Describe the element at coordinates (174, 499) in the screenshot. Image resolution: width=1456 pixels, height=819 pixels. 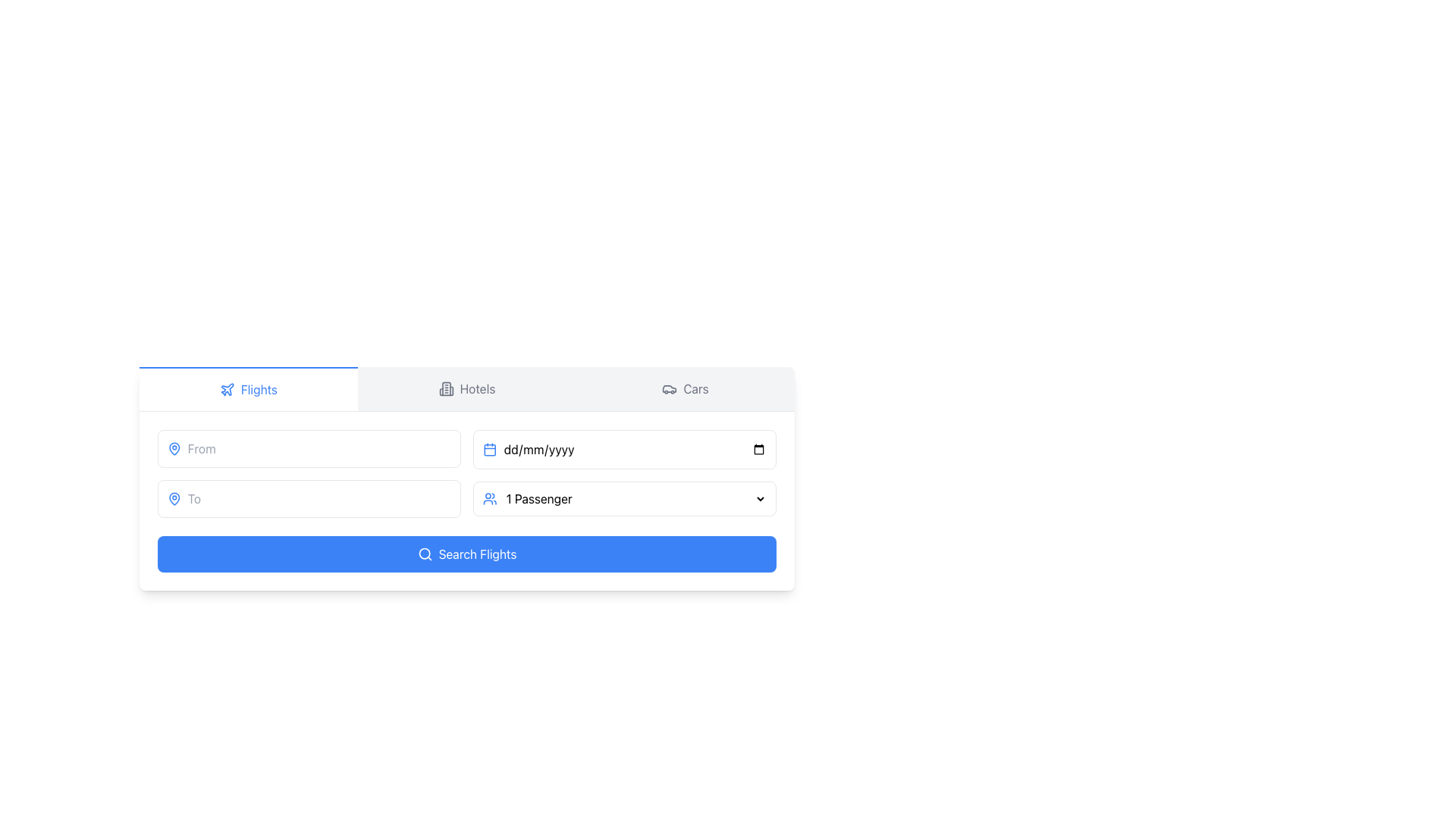
I see `the blue map pin icon located in the 'To' field of the travel information form, positioned in the left-middle area beneath the 'From' field` at that location.